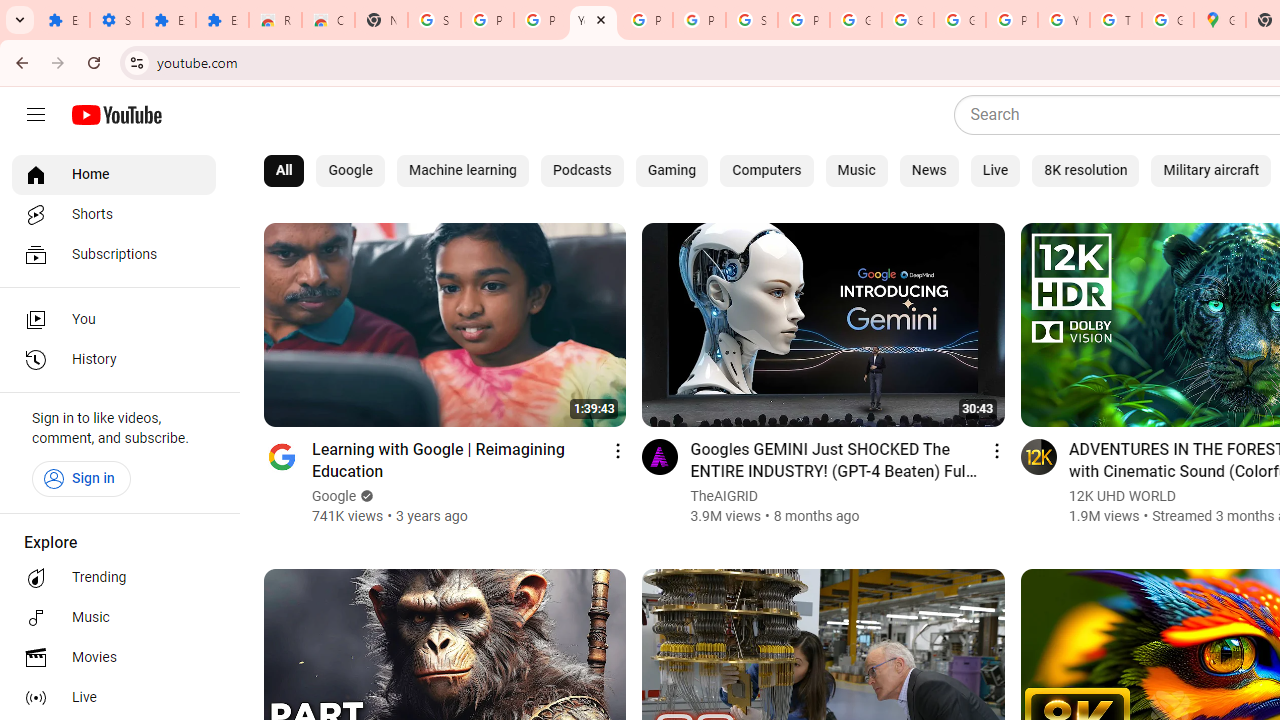 The image size is (1280, 720). What do you see at coordinates (433, 20) in the screenshot?
I see `'Sign in - Google Accounts'` at bounding box center [433, 20].